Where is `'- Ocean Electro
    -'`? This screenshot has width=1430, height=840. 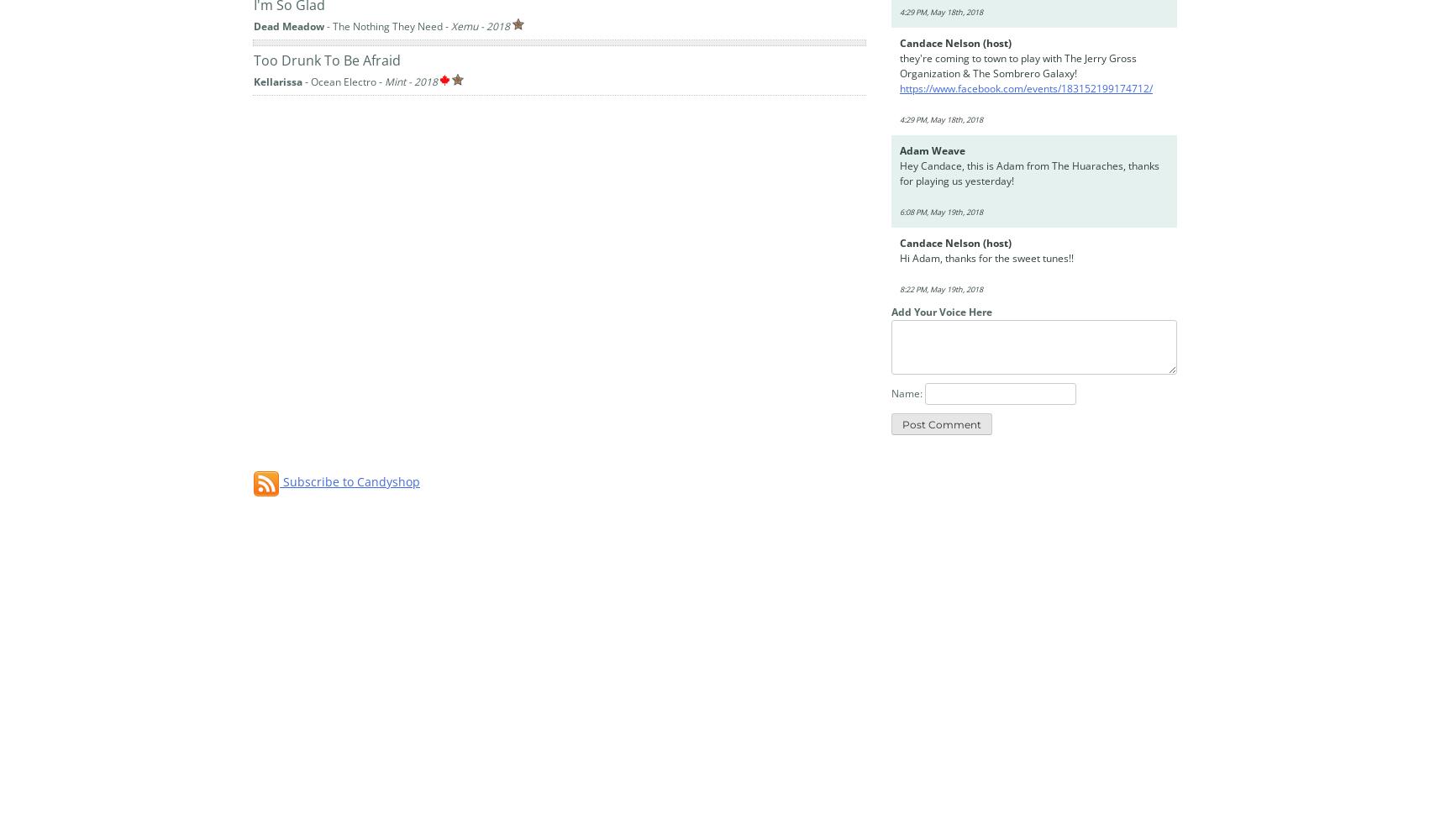 '- Ocean Electro
    -' is located at coordinates (343, 80).